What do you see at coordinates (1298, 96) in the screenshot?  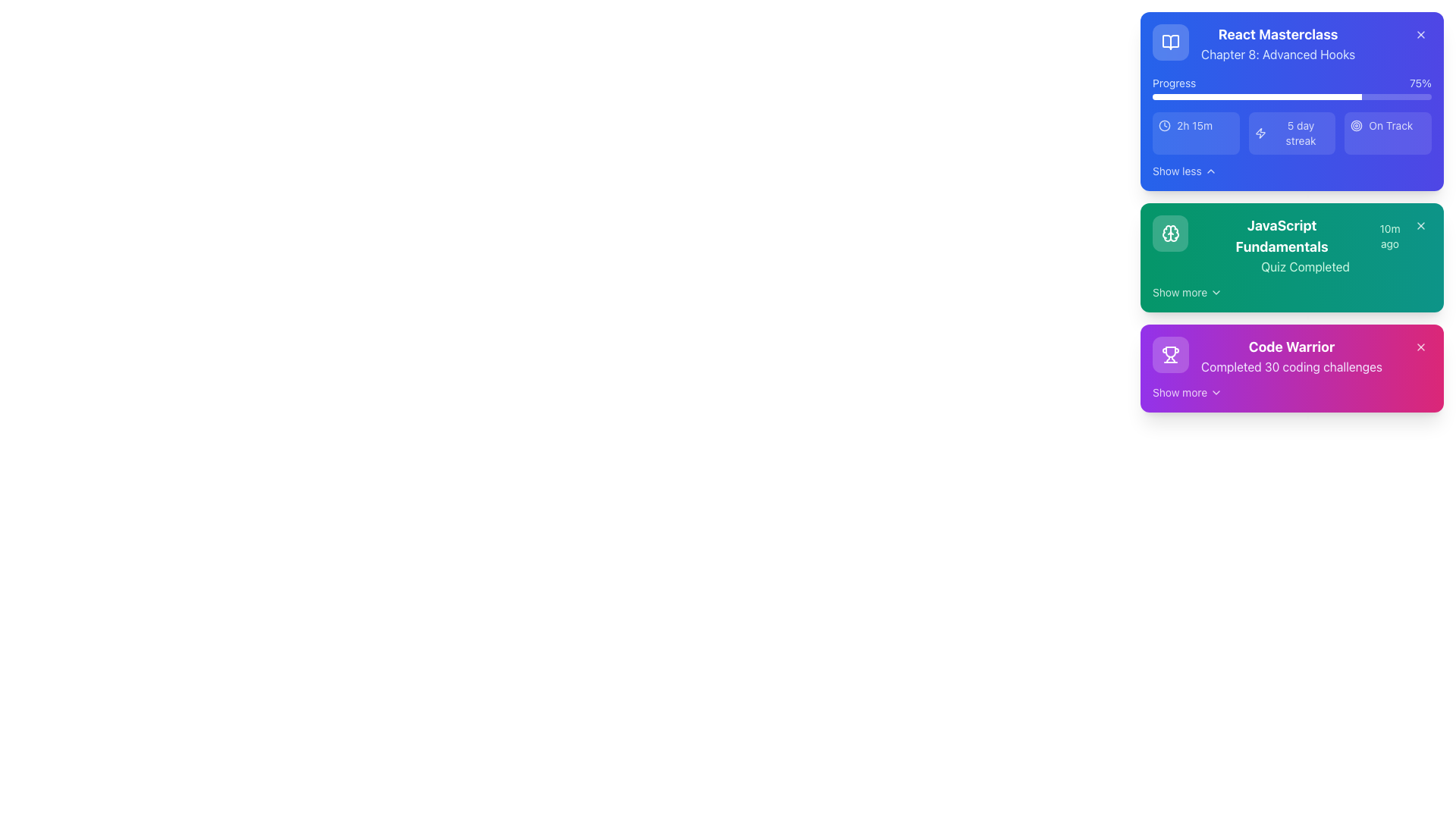 I see `the progress` at bounding box center [1298, 96].